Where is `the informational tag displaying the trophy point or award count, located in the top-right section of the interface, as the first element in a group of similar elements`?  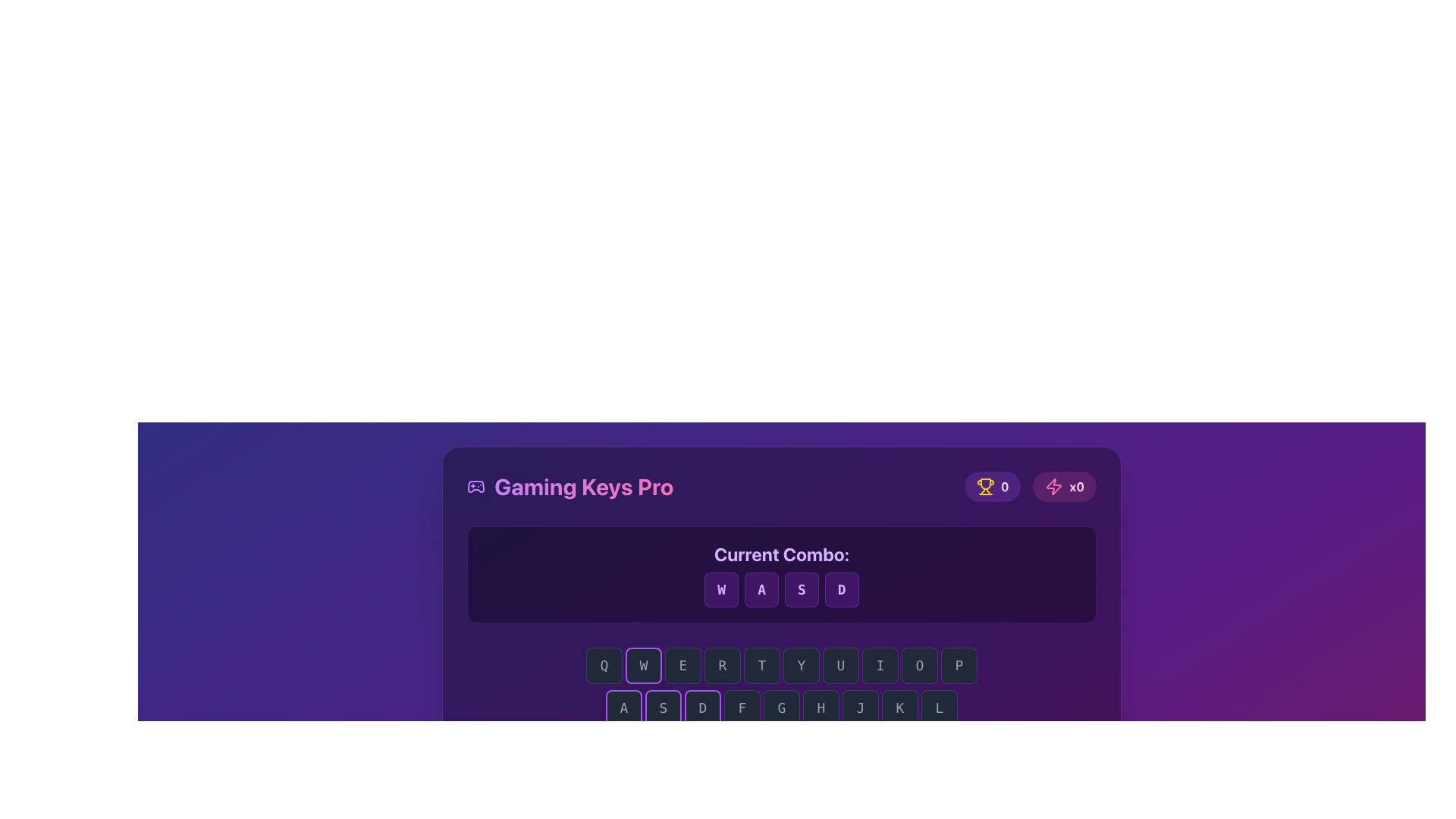
the informational tag displaying the trophy point or award count, located in the top-right section of the interface, as the first element in a group of similar elements is located at coordinates (993, 486).